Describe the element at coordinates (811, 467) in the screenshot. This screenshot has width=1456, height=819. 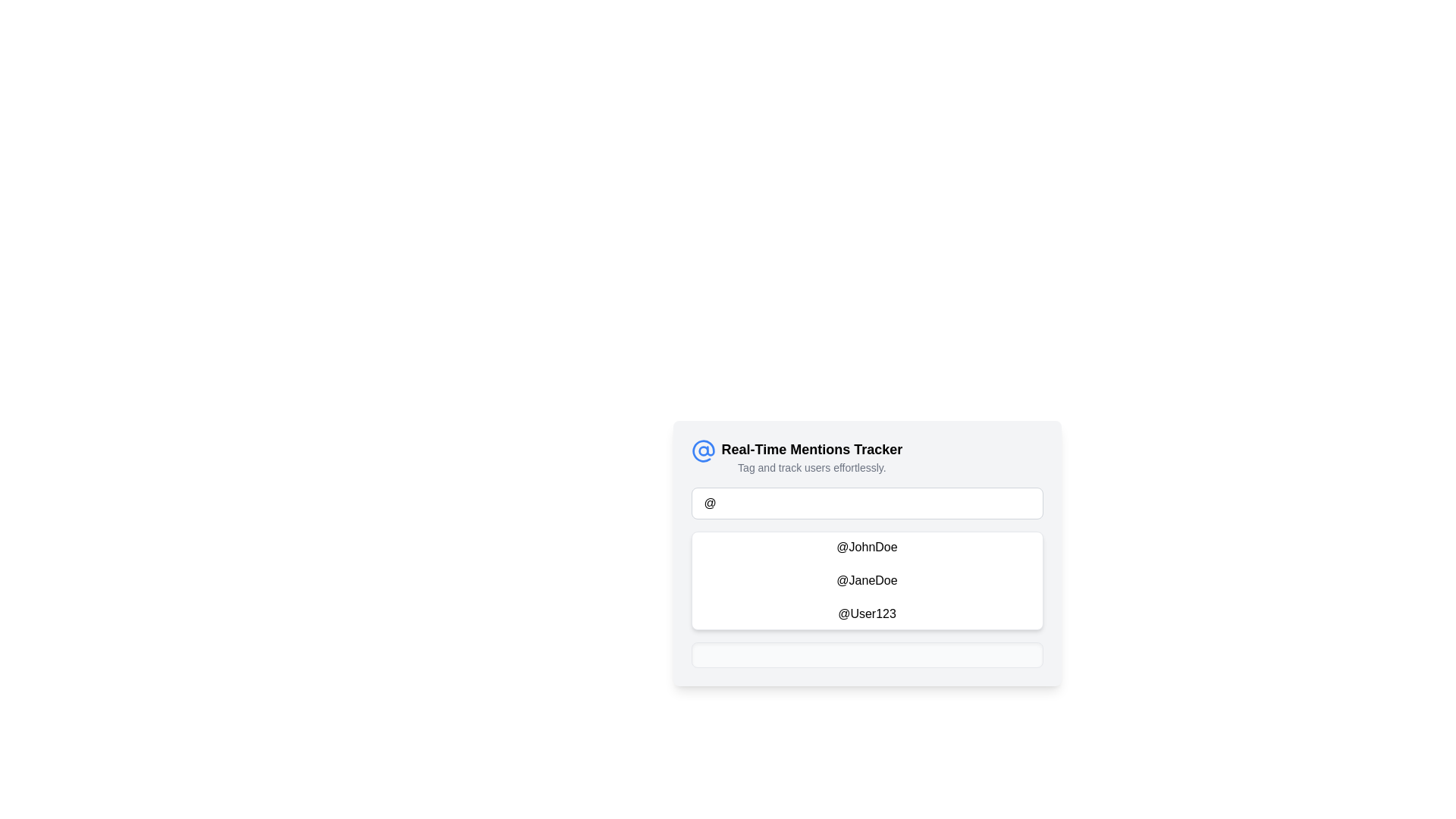
I see `subtext element that displays the text 'Tag and track users effortlessly.' located beneath the header 'Real-Time Mentions Tracker.'` at that location.